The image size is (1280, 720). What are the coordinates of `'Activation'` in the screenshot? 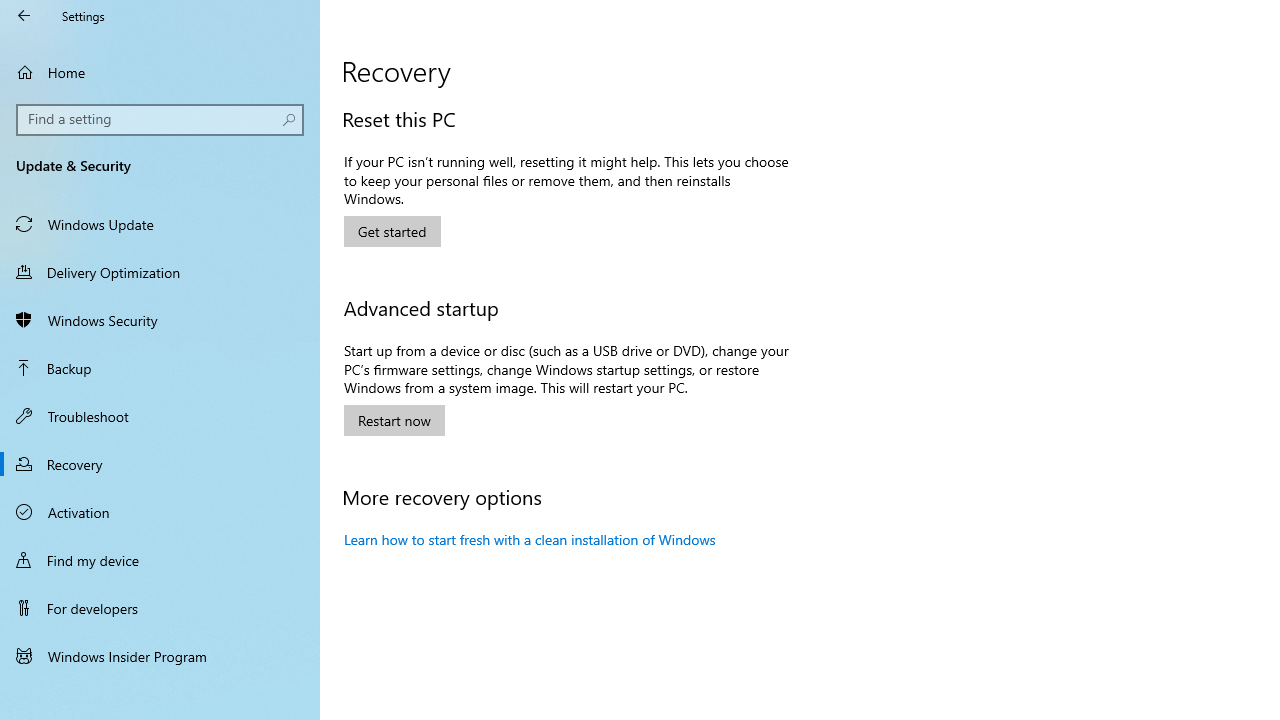 It's located at (160, 510).